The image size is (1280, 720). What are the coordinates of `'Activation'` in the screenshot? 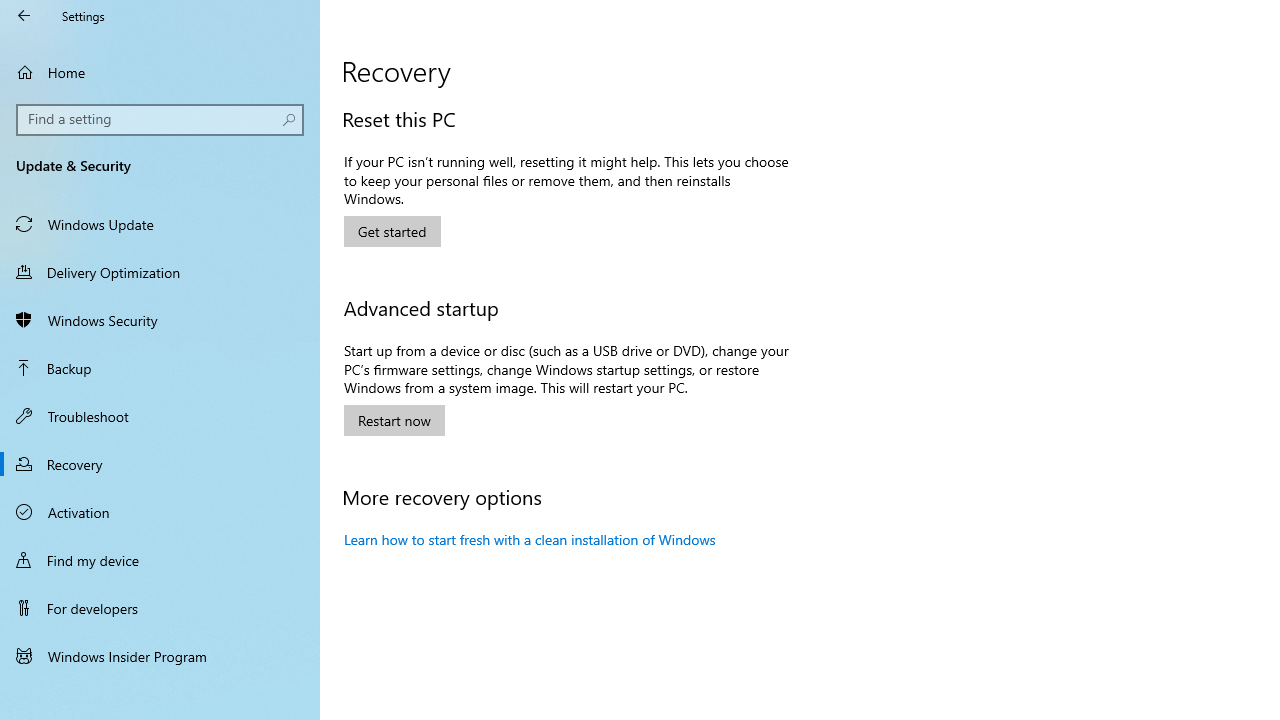 It's located at (160, 510).